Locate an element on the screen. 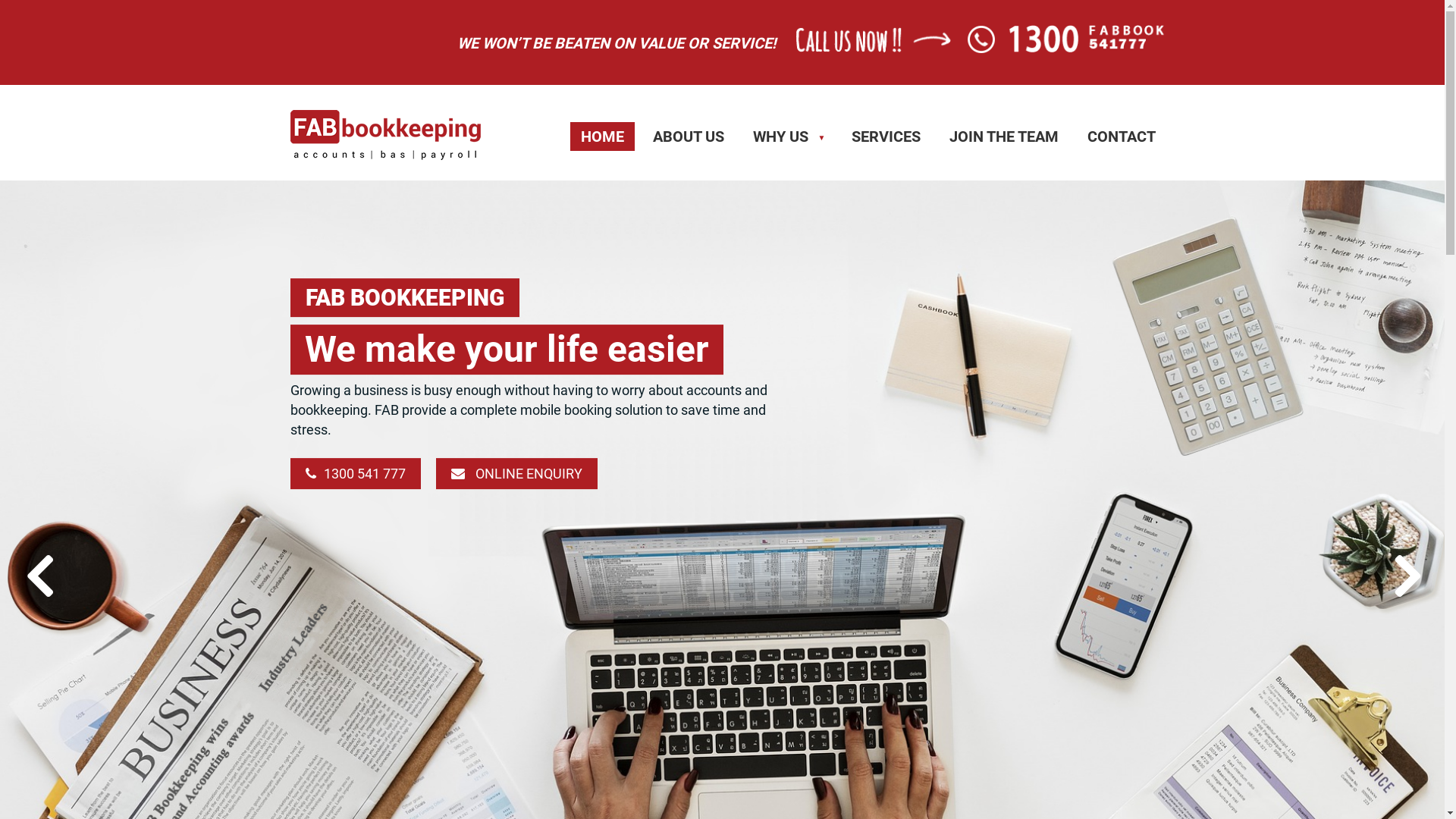 Image resolution: width=1456 pixels, height=819 pixels. 'JOIN THE TEAM' is located at coordinates (1004, 136).